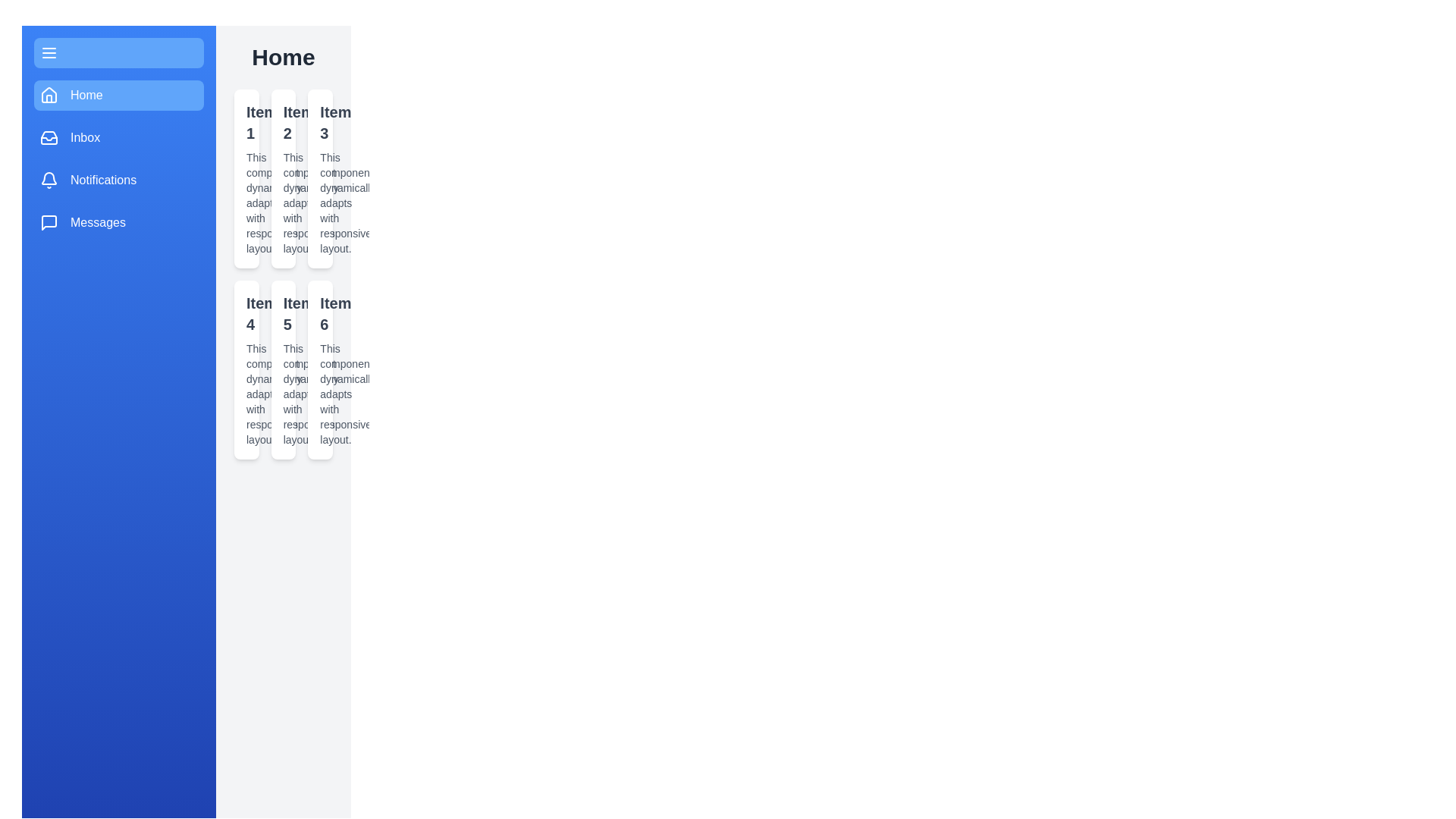 The image size is (1456, 819). I want to click on the title of the Card element that contains the text 'Item 6', which is the third card in the second row of a grid layout, so click(319, 370).